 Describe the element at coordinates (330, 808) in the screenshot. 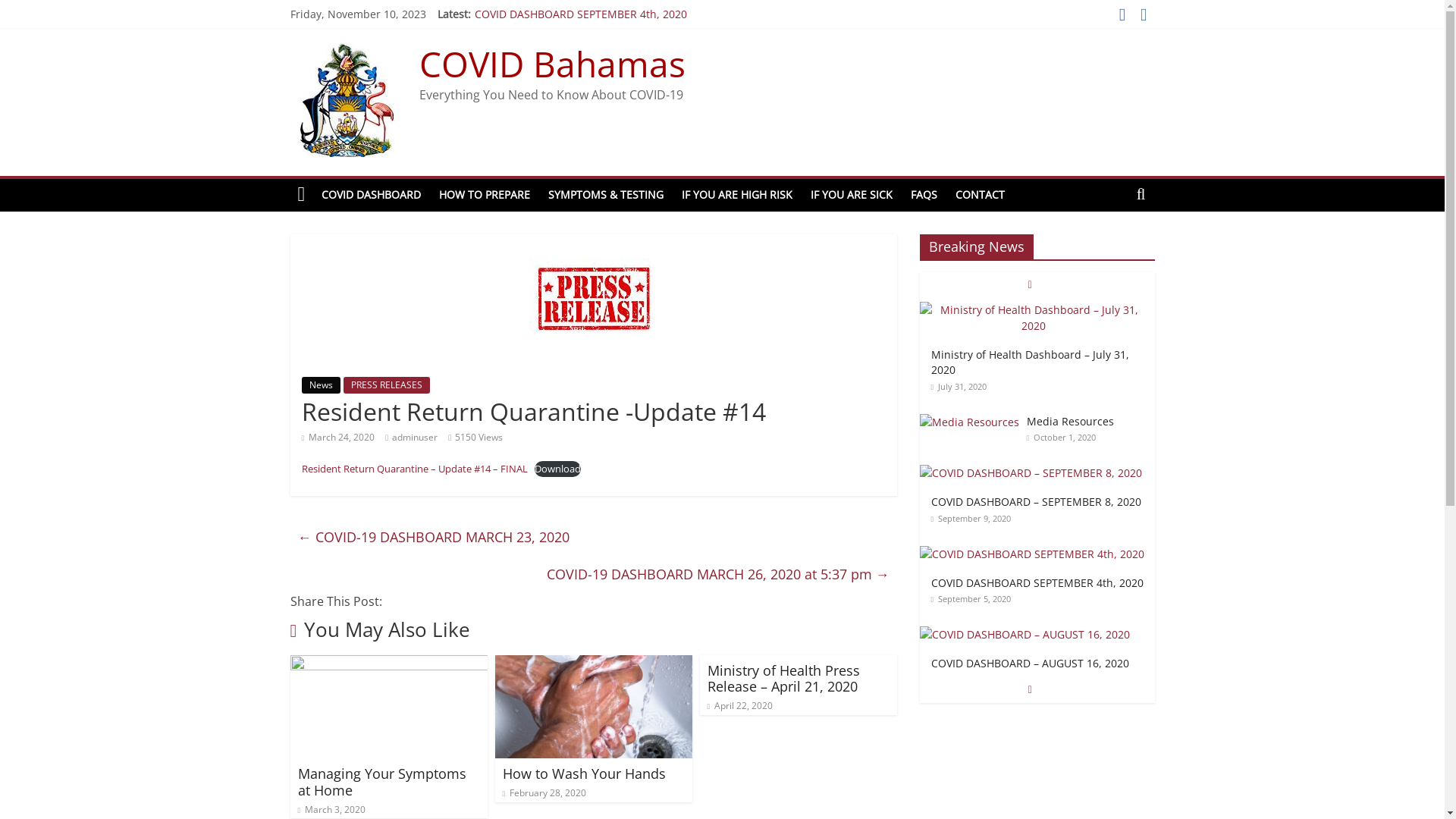

I see `'March 3, 2020'` at that location.